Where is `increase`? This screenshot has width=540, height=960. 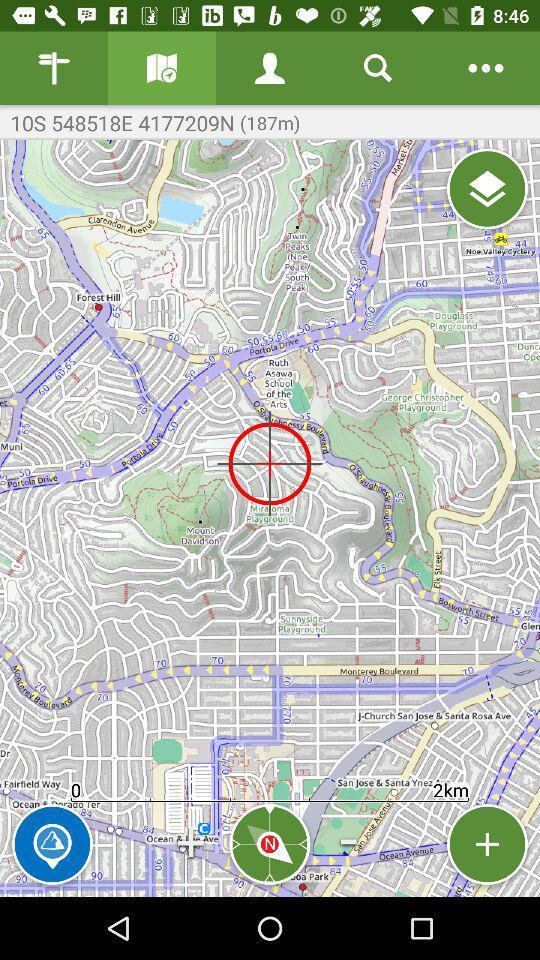 increase is located at coordinates (486, 843).